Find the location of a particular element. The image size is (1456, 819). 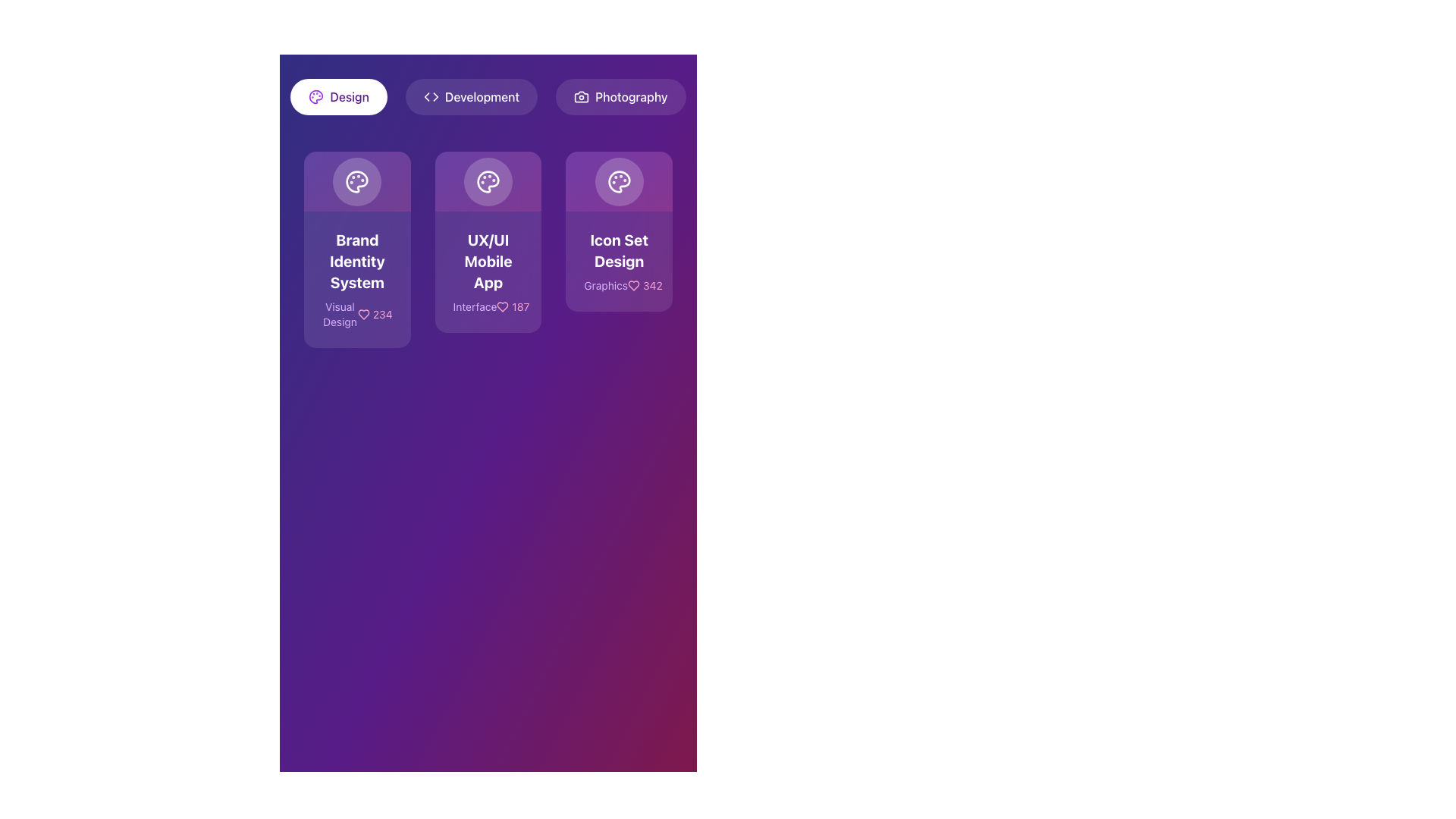

the lower section of the palette icon within the button labeled 'Icon Set Design' is located at coordinates (488, 180).